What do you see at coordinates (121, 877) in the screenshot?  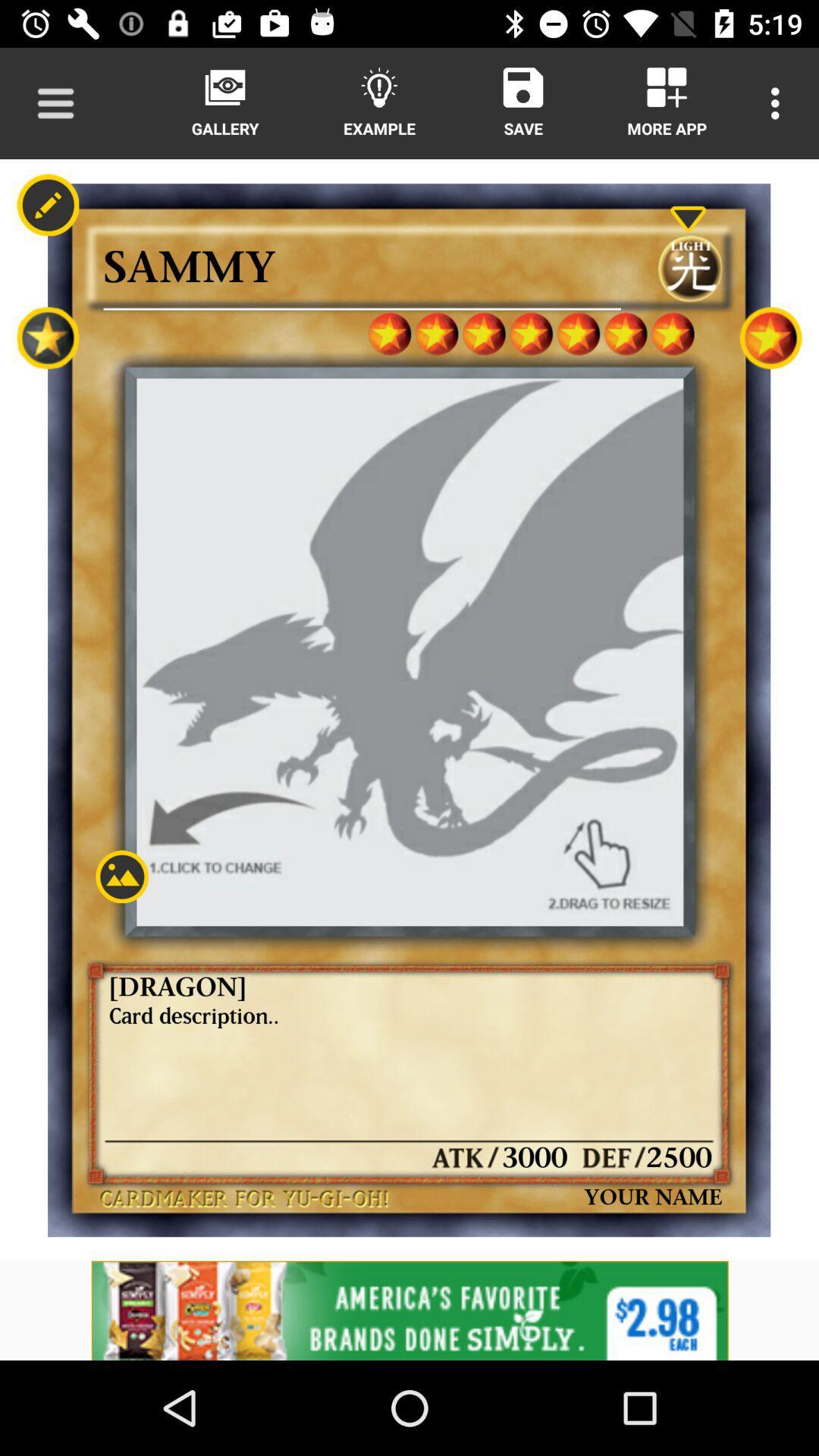 I see `game page` at bounding box center [121, 877].